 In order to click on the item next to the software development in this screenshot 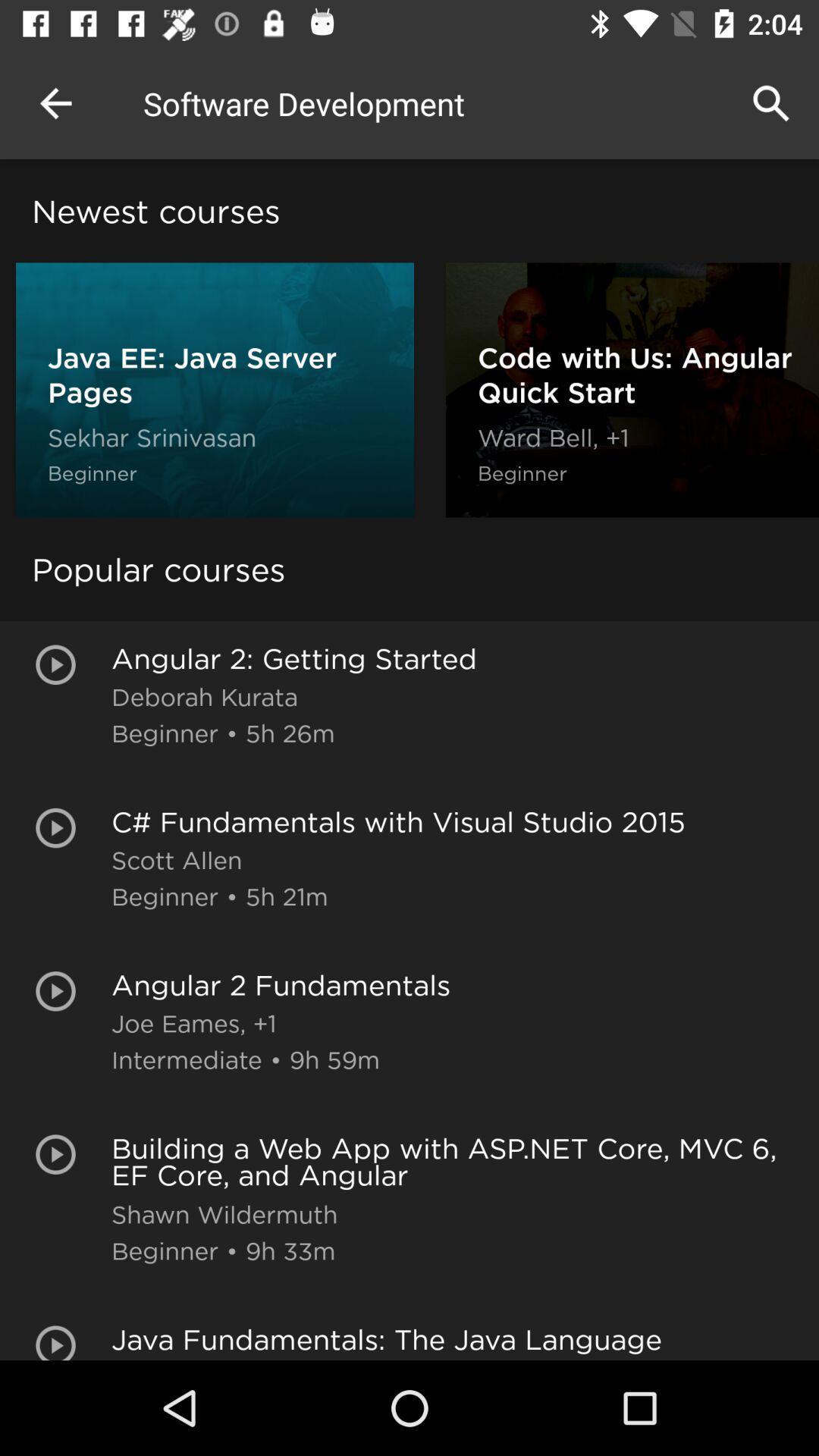, I will do `click(55, 102)`.